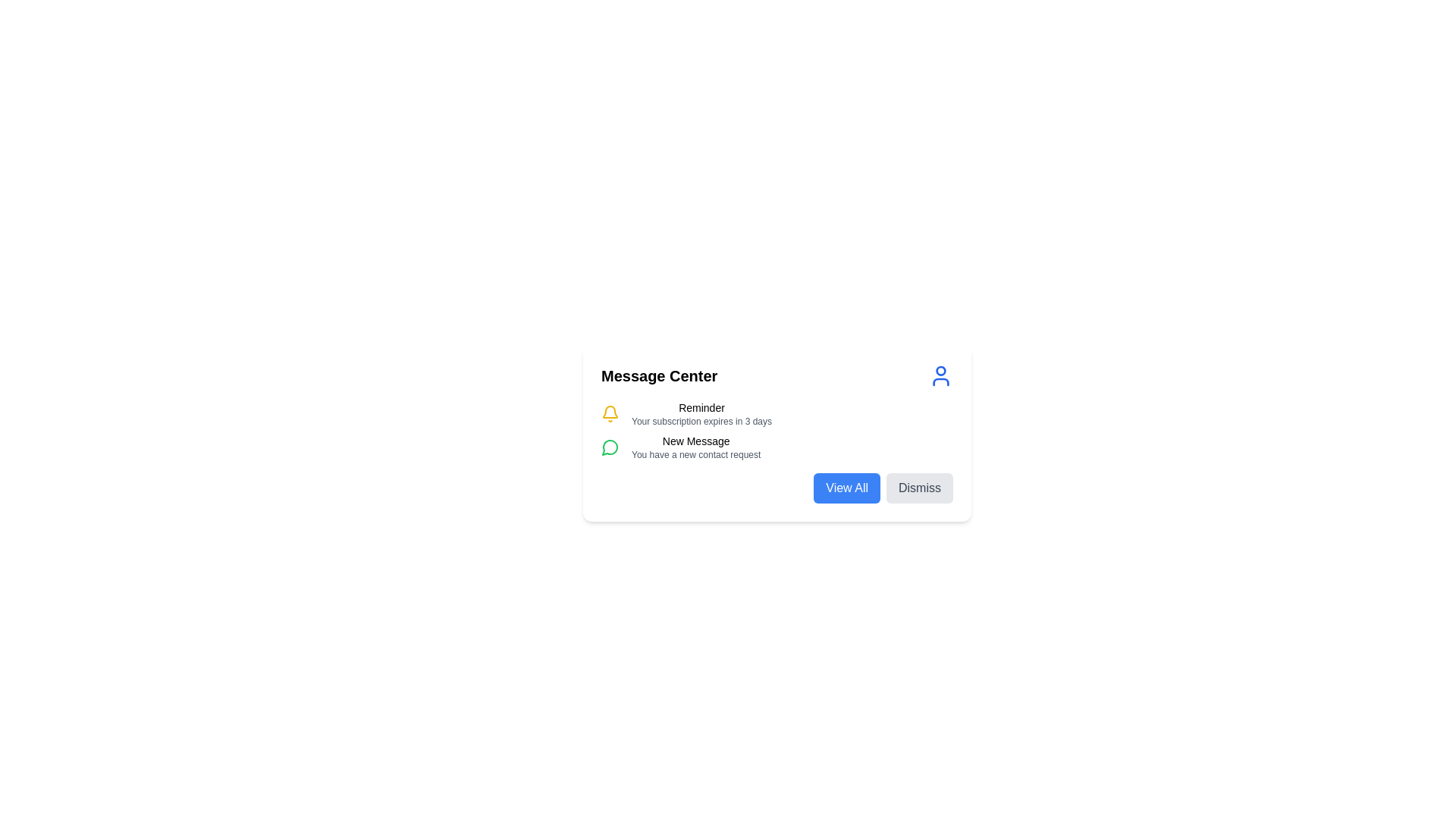  I want to click on the 'View All' button, which is a rectangular button with a blue background and white text, located at the bottom-right corner of the 'Message Center' panel, so click(846, 488).